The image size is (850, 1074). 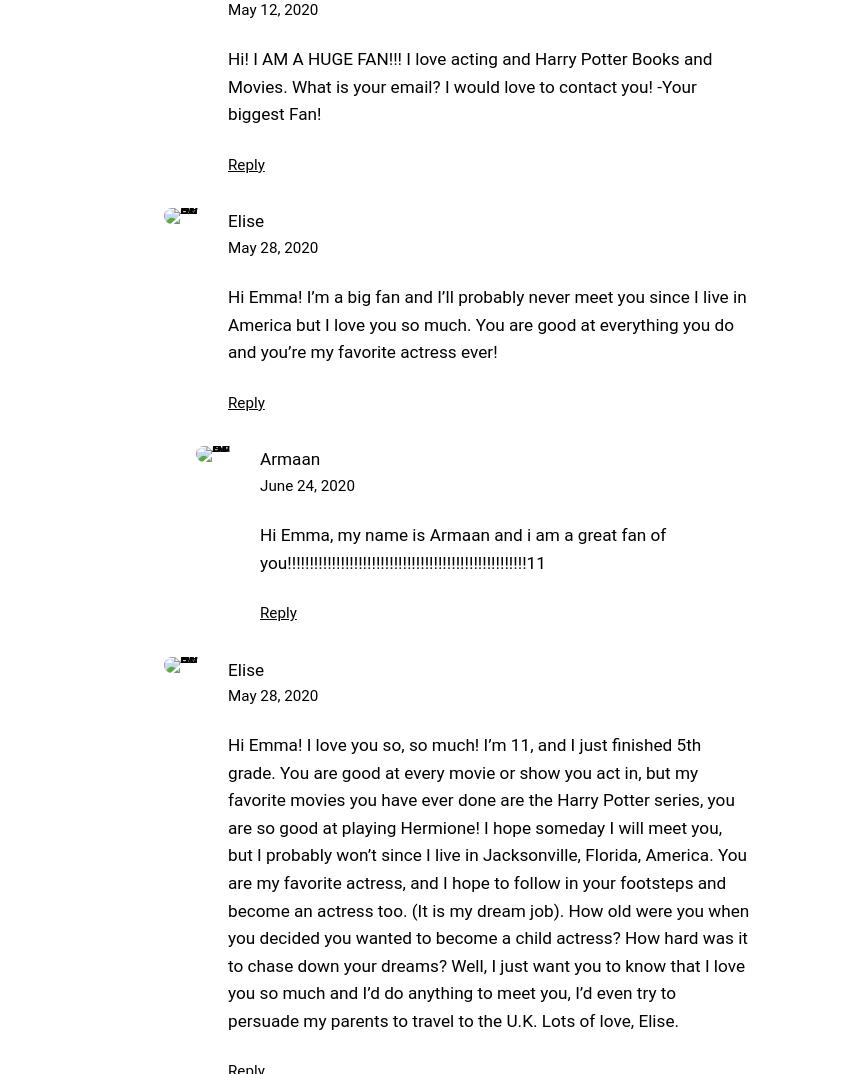 I want to click on 'June 24, 2020', so click(x=259, y=485).